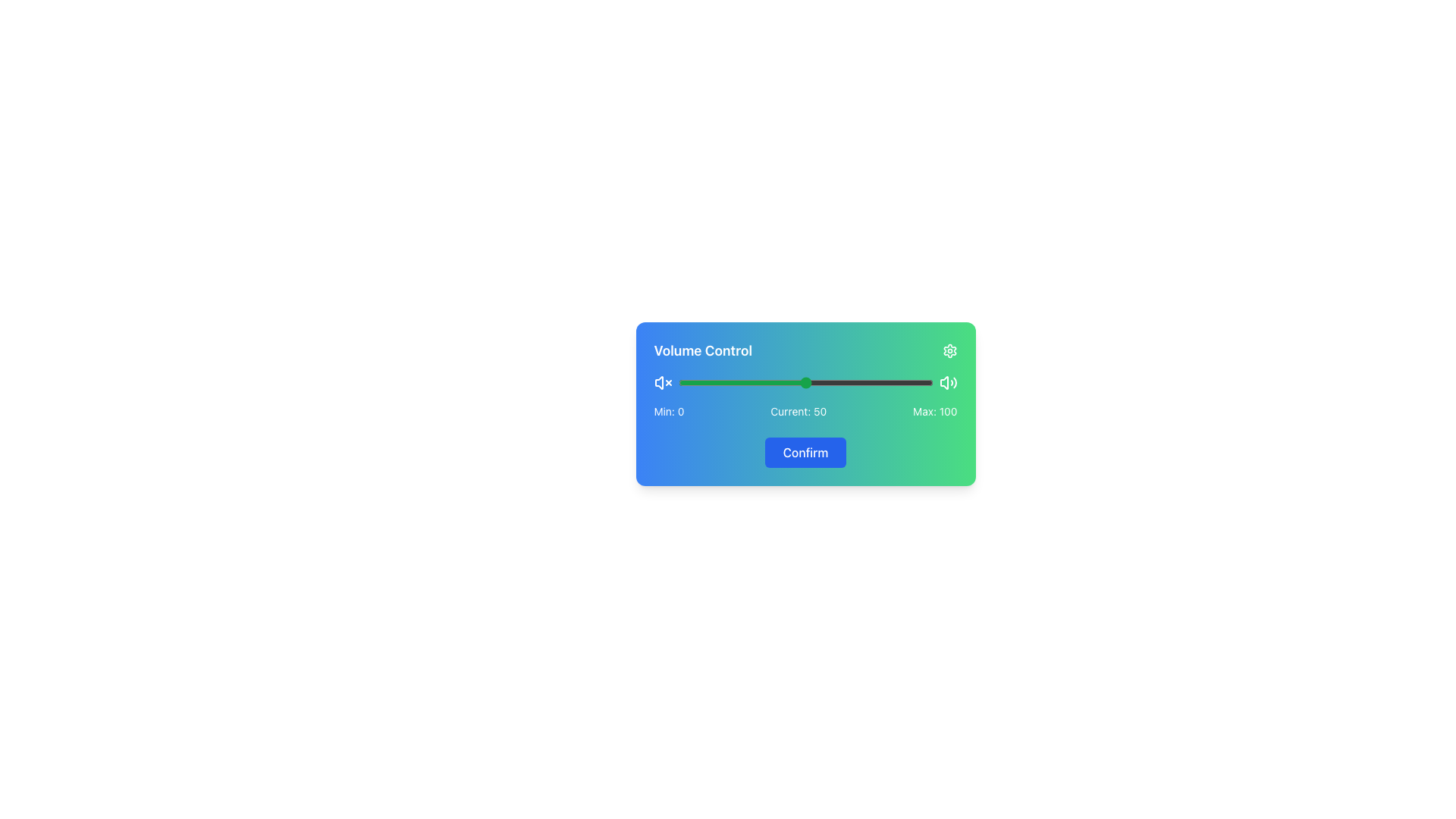  Describe the element at coordinates (668, 412) in the screenshot. I see `the 'Min: 0' text label, which is displayed in white on a blue background, located in the volume control component as the leftmost label among 'Current: 50' and 'Max: 100'` at that location.